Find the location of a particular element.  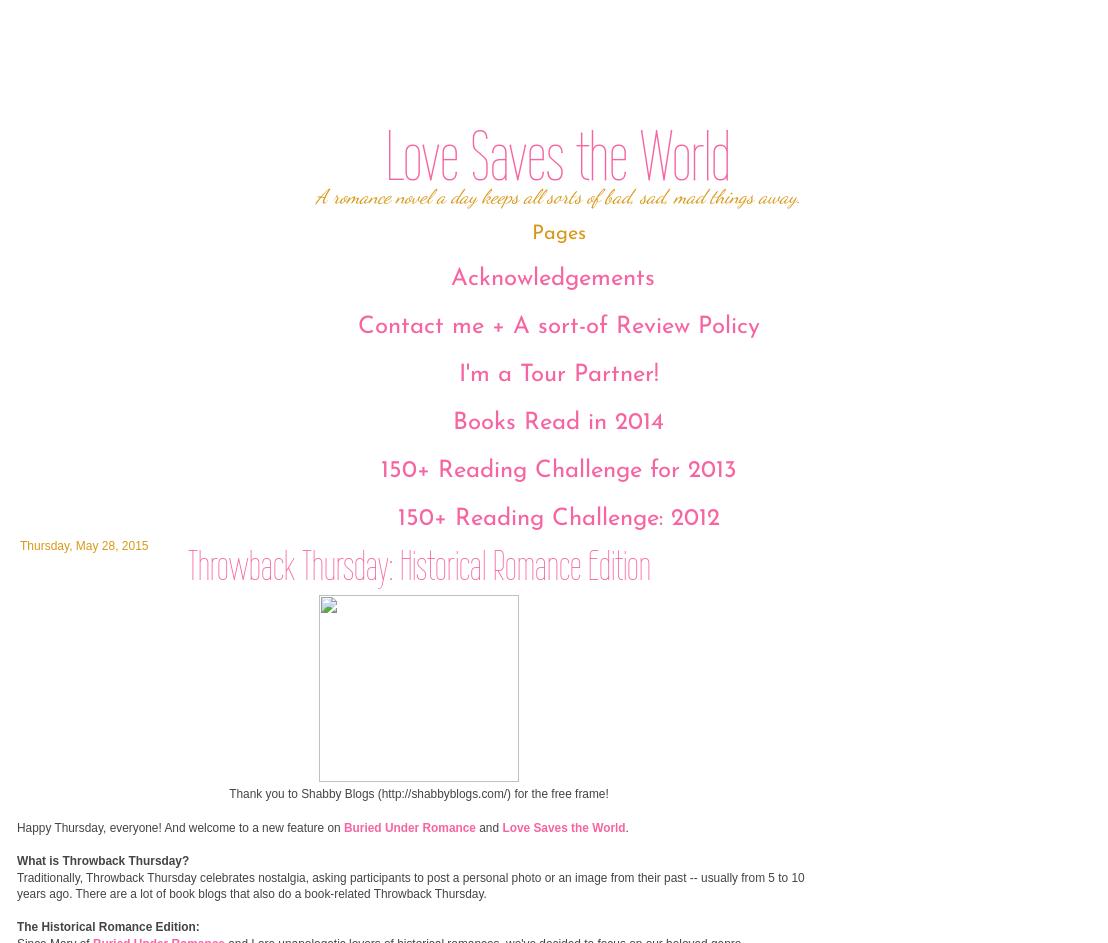

'Thursday, May 28, 2015' is located at coordinates (82, 544).